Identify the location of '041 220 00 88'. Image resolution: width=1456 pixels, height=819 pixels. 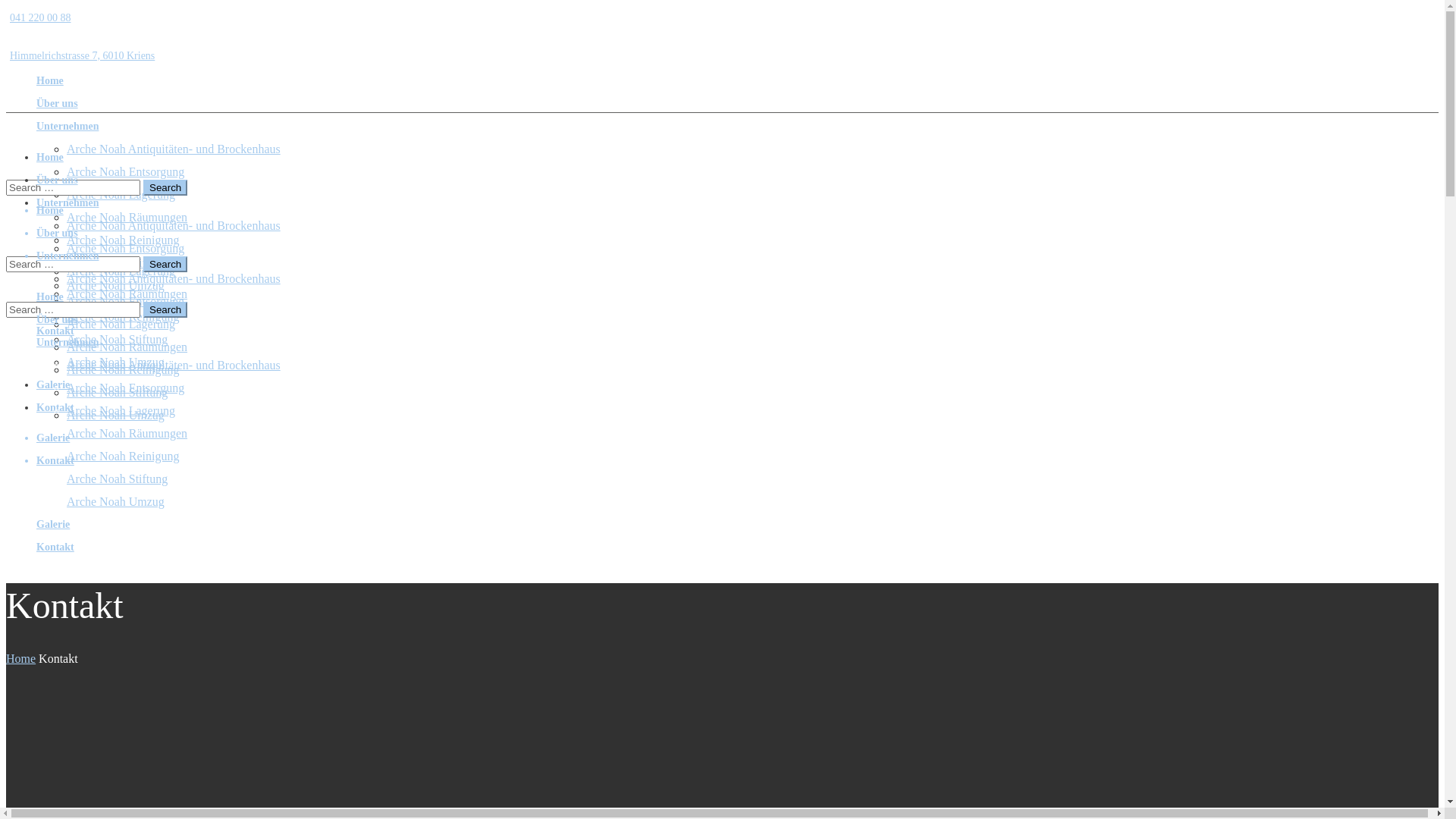
(6, 17).